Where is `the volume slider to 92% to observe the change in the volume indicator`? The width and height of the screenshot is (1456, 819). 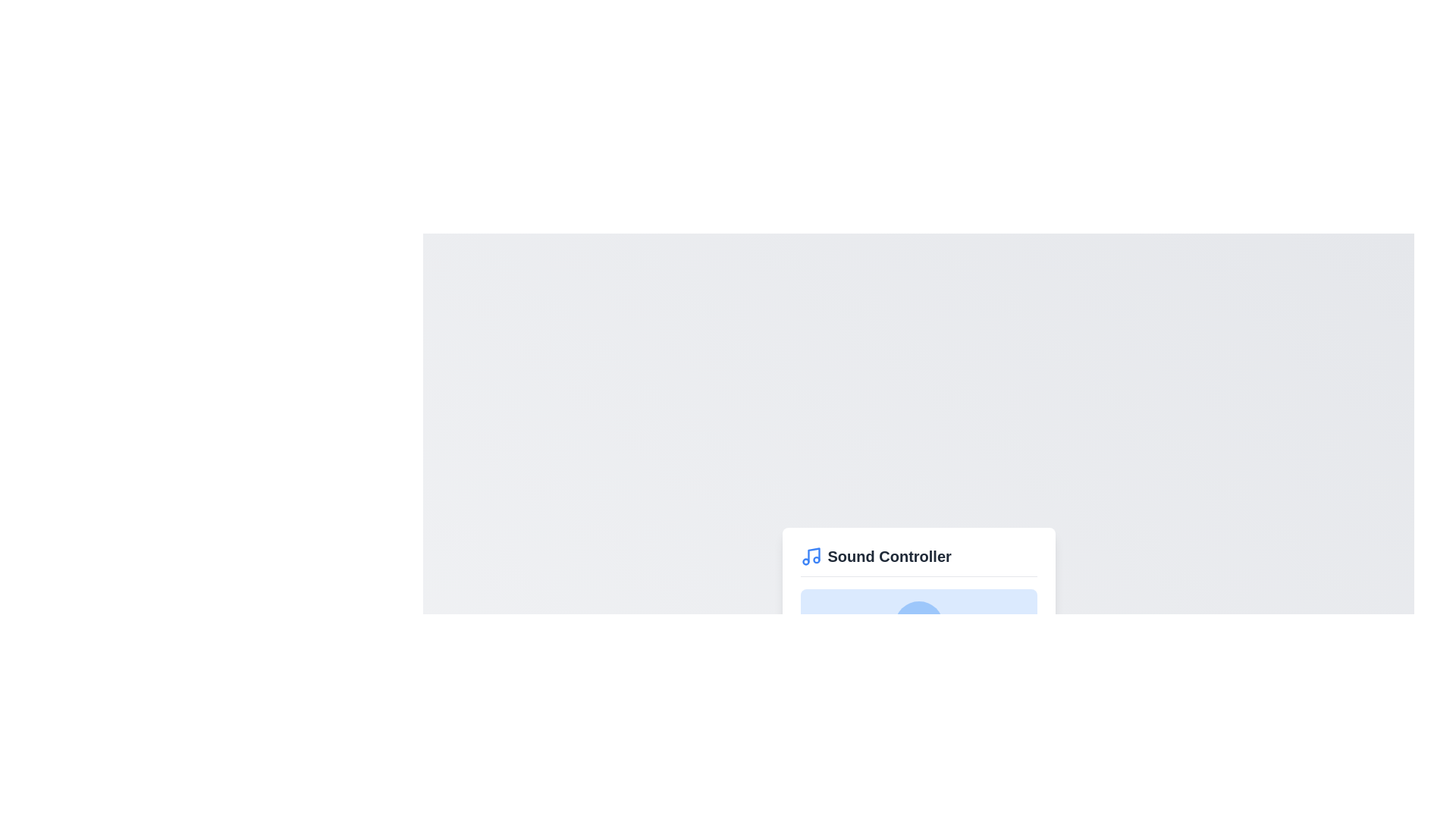 the volume slider to 92% to observe the change in the volume indicator is located at coordinates (1018, 679).